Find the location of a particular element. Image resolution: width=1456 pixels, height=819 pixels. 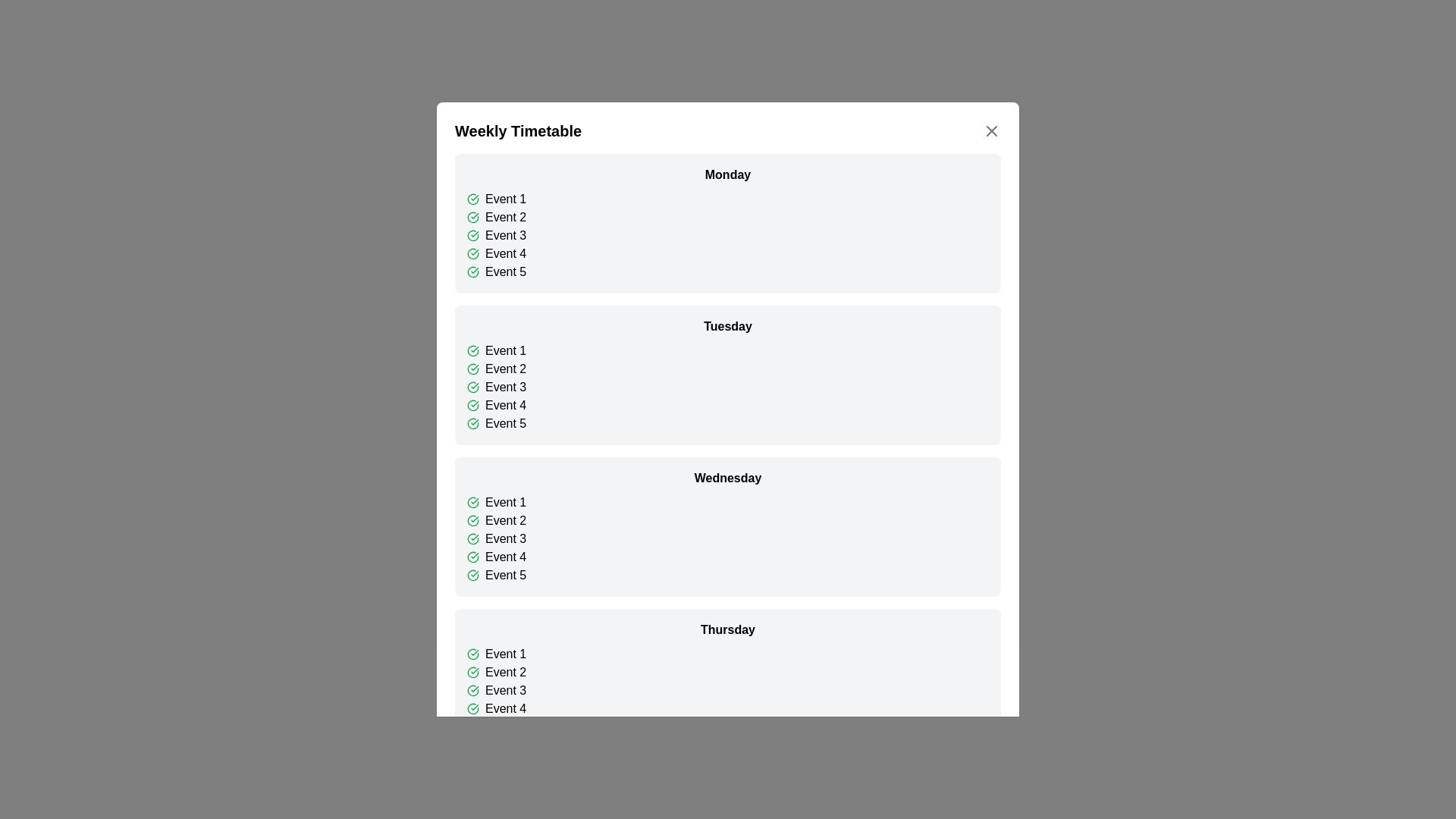

close button at the top-right corner of the dialog is located at coordinates (992, 130).